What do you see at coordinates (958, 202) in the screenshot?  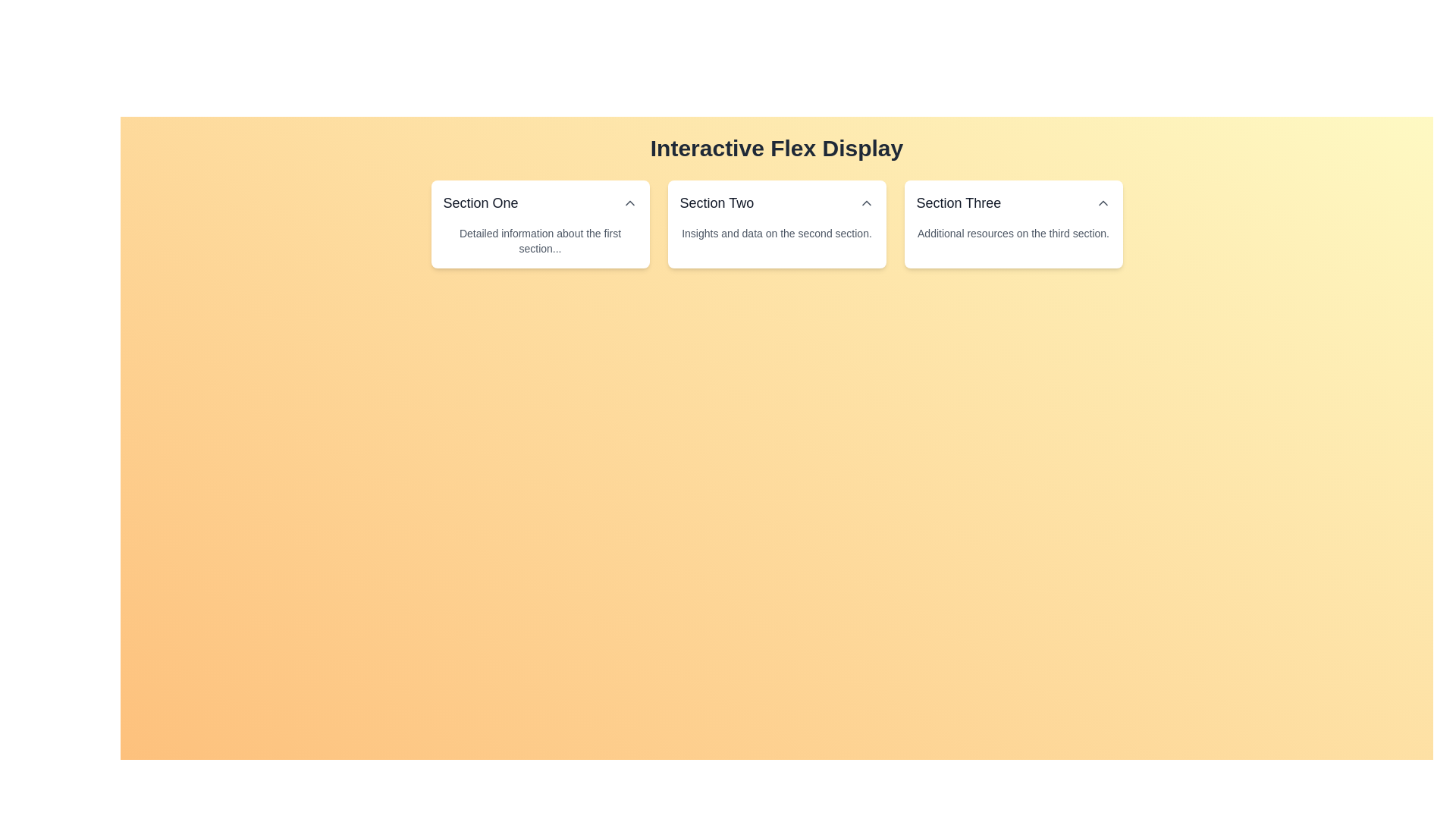 I see `text content of the text label displaying 'Section Three', which is styled with a large font size, medium weight, and dark gray color, located in the upper right part of the card` at bounding box center [958, 202].